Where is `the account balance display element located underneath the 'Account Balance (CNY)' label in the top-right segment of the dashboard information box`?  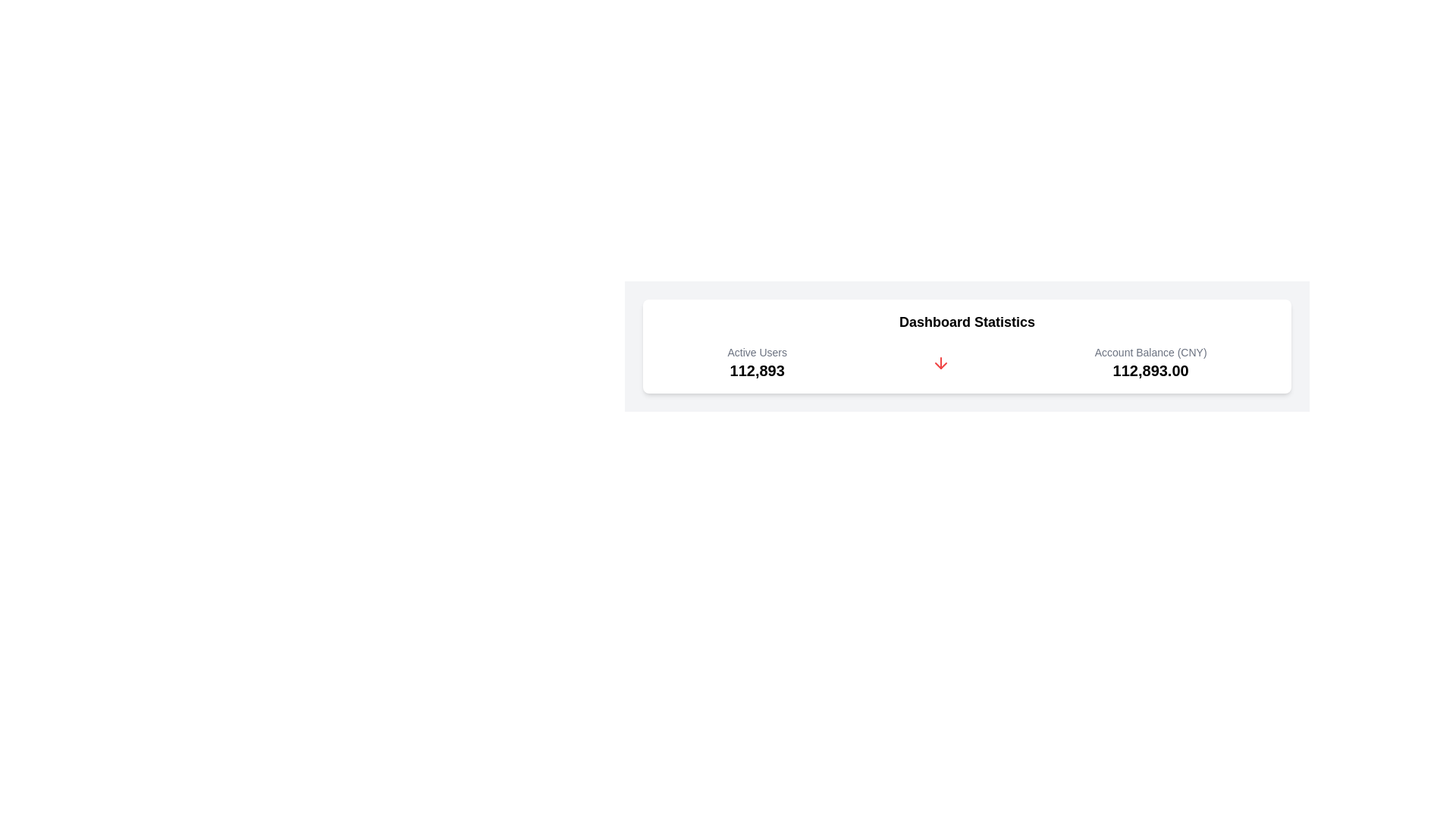
the account balance display element located underneath the 'Account Balance (CNY)' label in the top-right segment of the dashboard information box is located at coordinates (1150, 371).